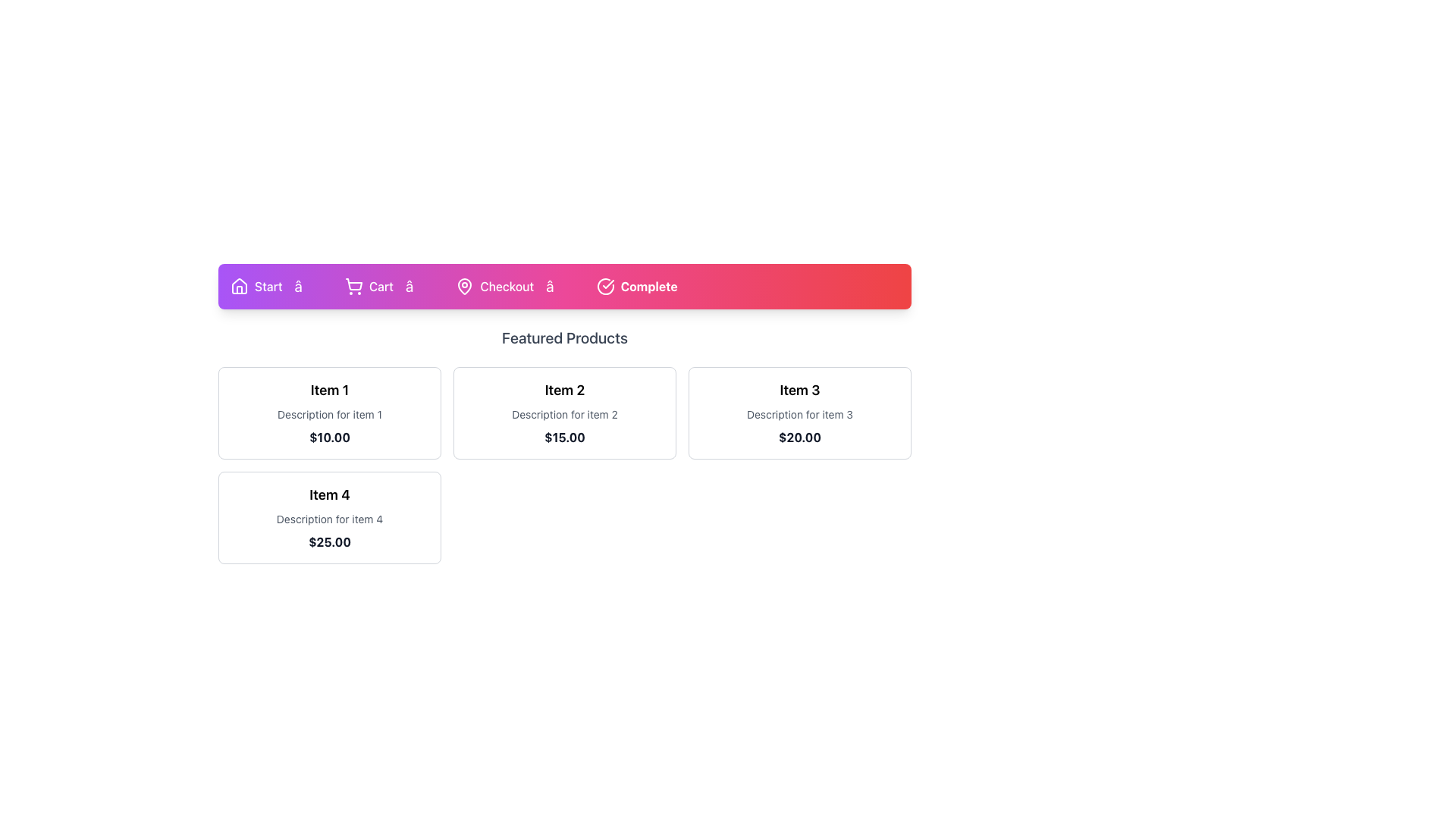  What do you see at coordinates (312, 287) in the screenshot?
I see `the second arrow-like separator in the sequence of navigation indicators, which is positioned between the 'Start' and 'Cart' indicators, located at the top center of the interface` at bounding box center [312, 287].